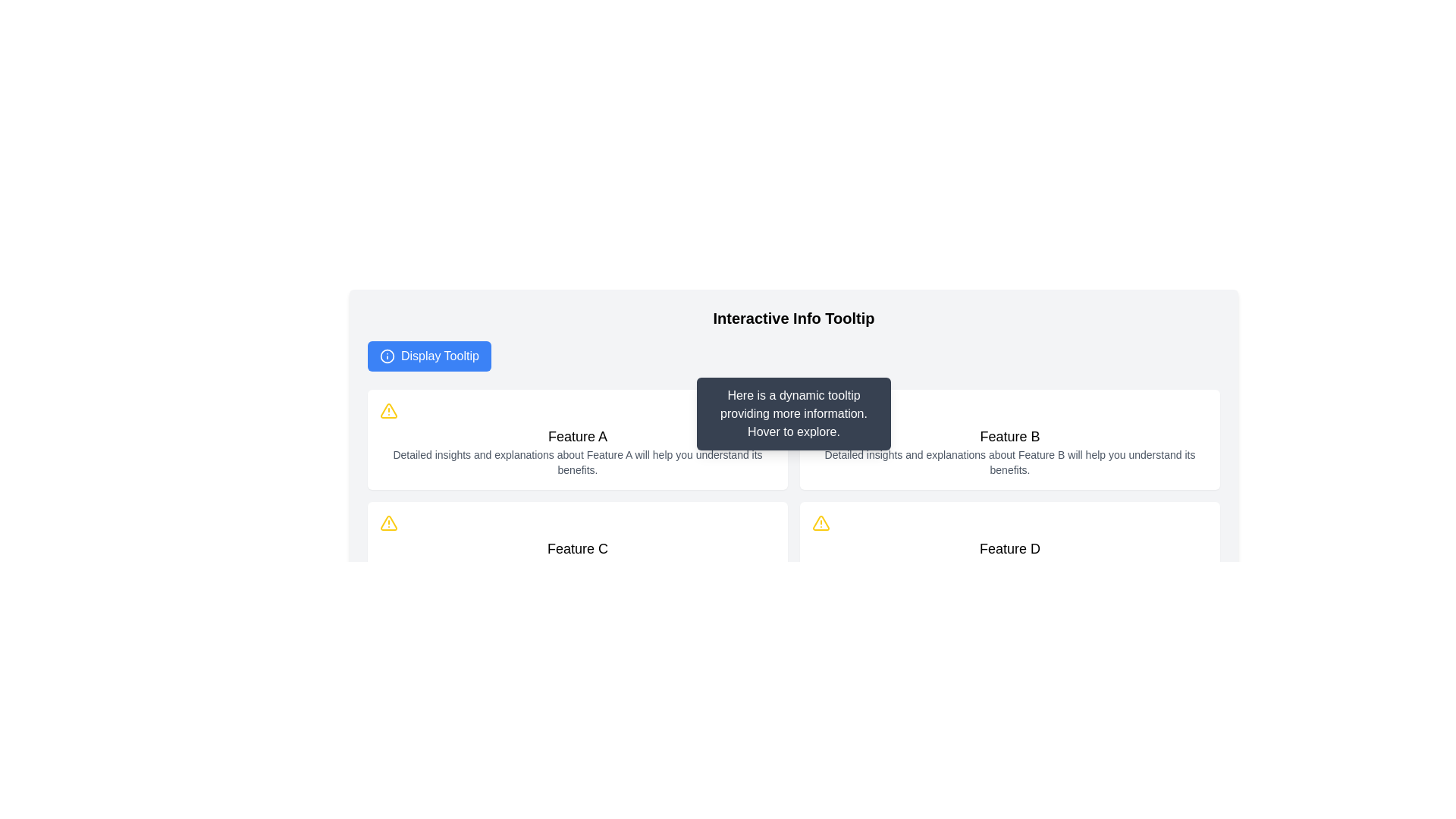  I want to click on the warning icon indicating important information related to 'Feature C', located at the top left corner of the box under the text 'Feature C', so click(389, 522).